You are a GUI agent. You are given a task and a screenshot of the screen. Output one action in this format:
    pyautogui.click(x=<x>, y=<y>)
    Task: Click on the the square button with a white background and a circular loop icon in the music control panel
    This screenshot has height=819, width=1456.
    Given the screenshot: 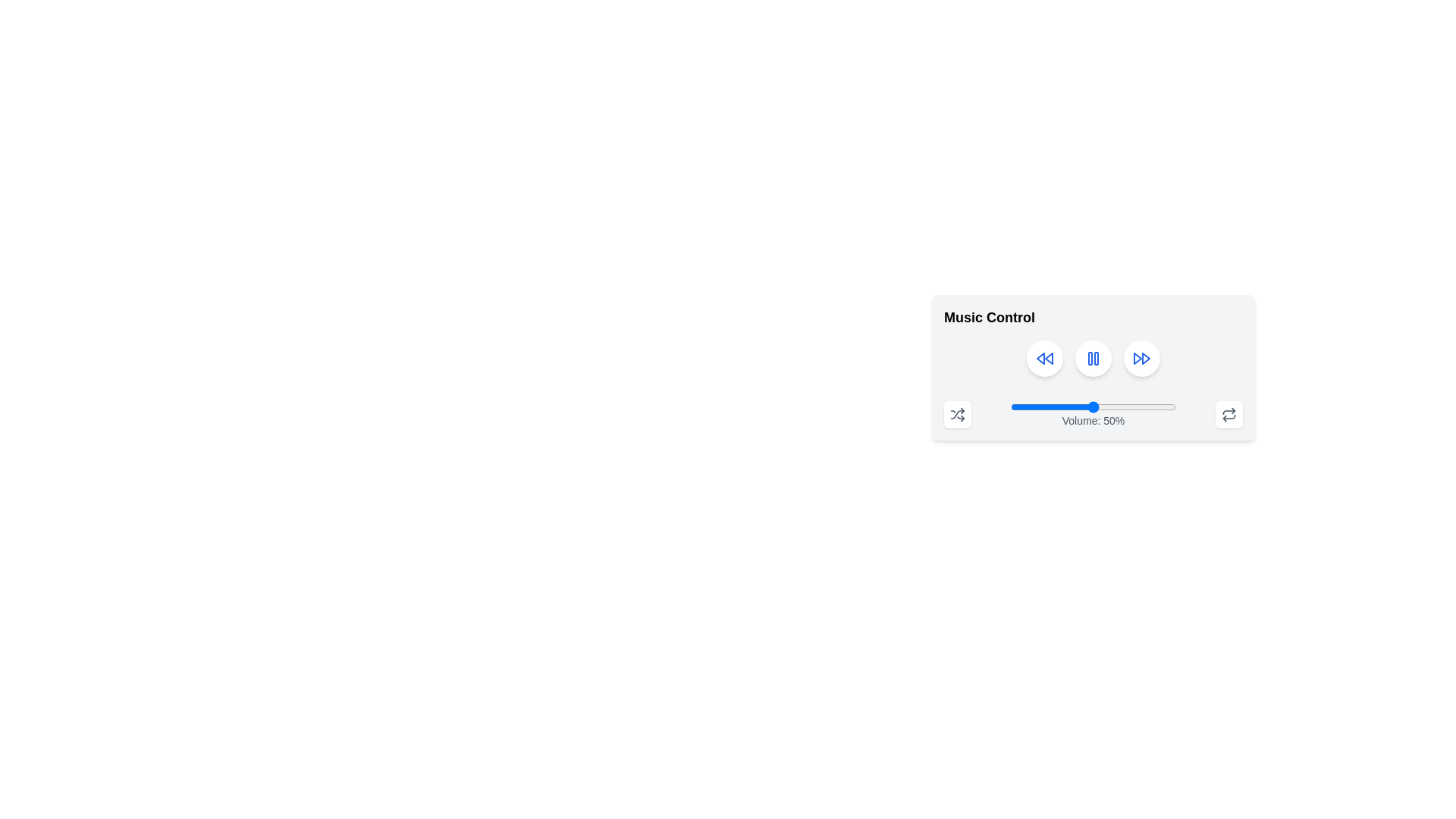 What is the action you would take?
    pyautogui.click(x=1229, y=415)
    